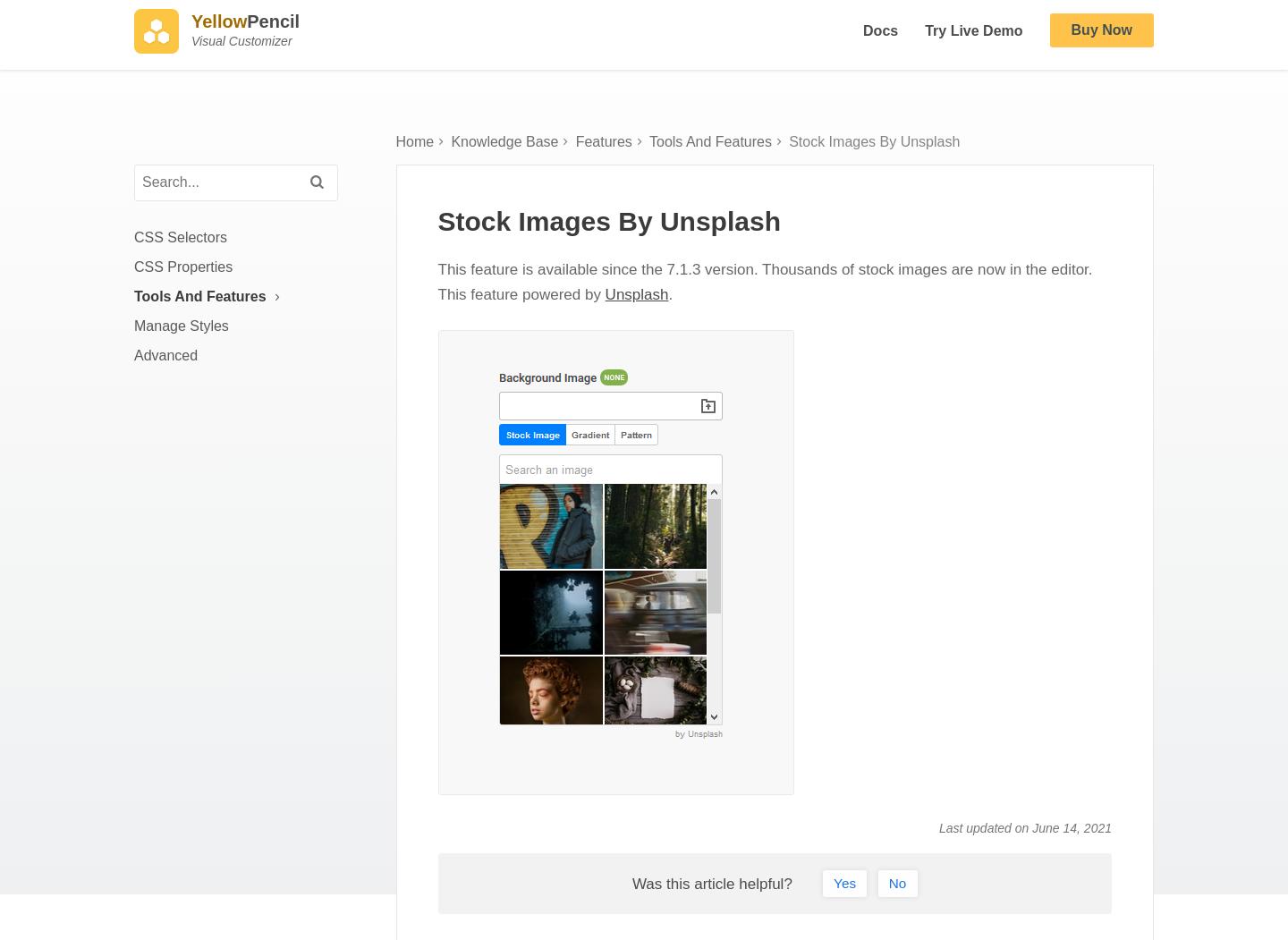 This screenshot has width=1288, height=940. Describe the element at coordinates (414, 157) in the screenshot. I see `'Home'` at that location.